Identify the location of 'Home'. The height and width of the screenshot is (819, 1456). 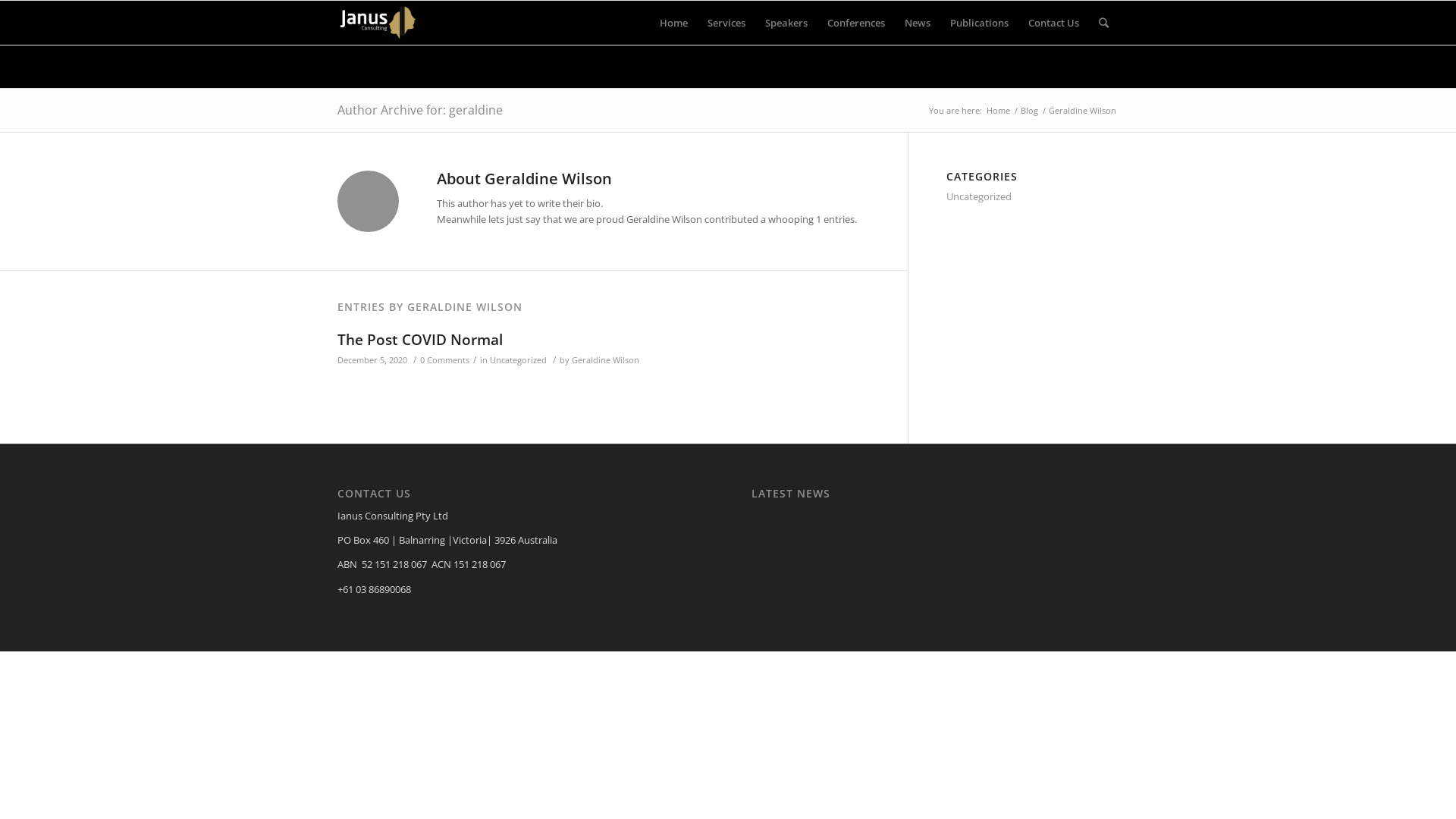
(984, 109).